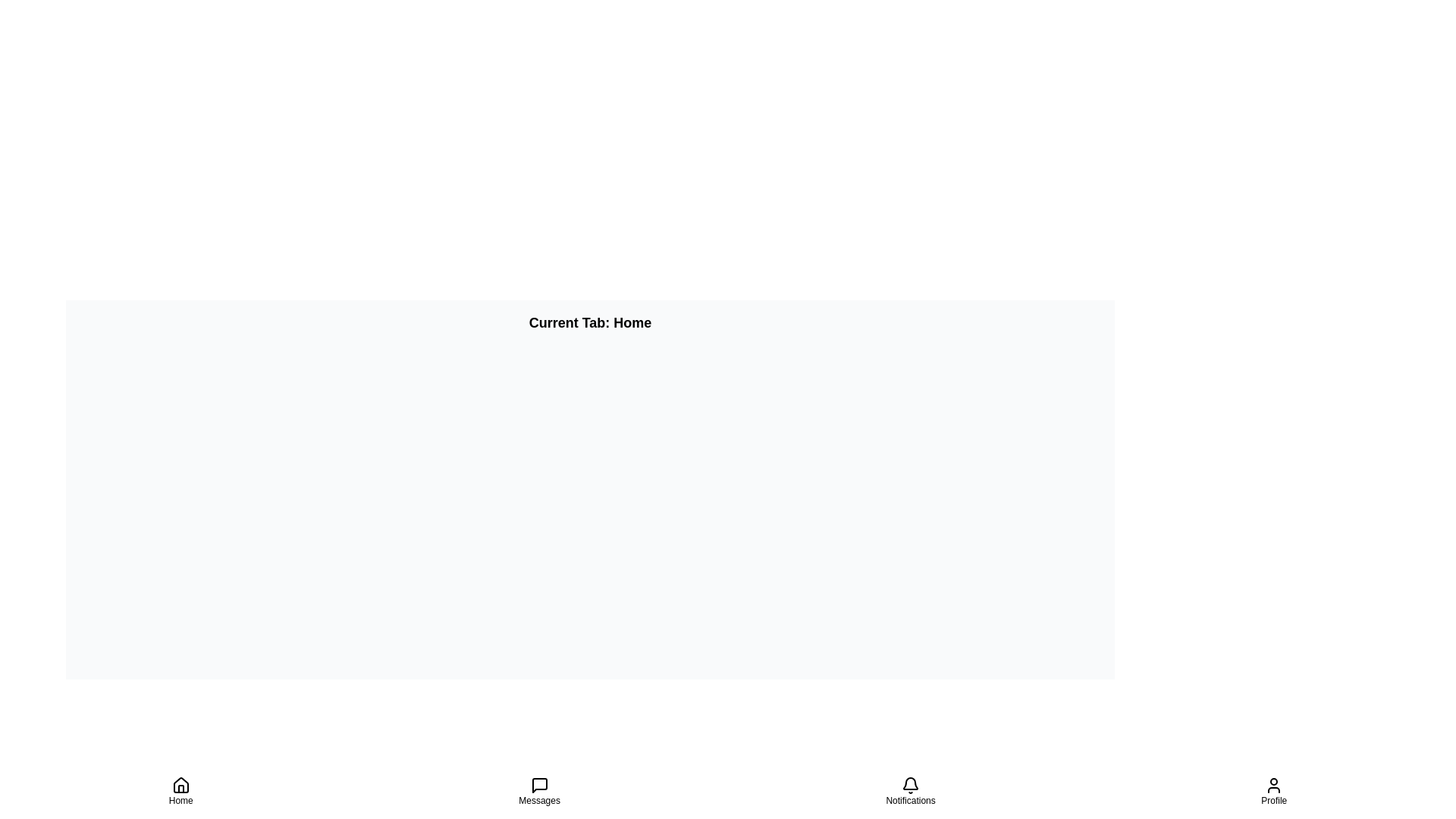 The image size is (1456, 819). Describe the element at coordinates (539, 785) in the screenshot. I see `the 'Messages' icon located in the bottom navigation bar, which is the second item from the left` at that location.